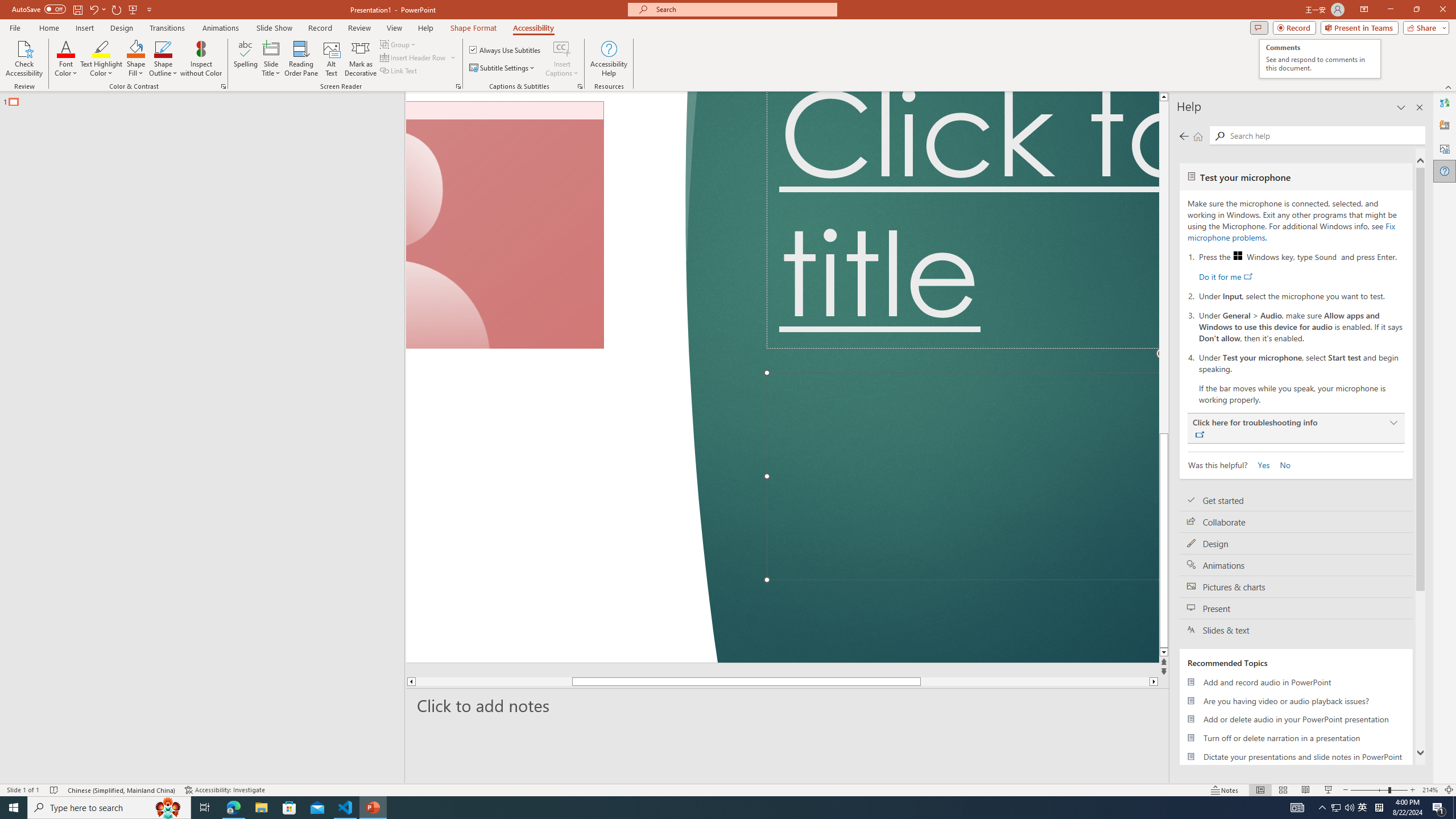 The height and width of the screenshot is (819, 1456). What do you see at coordinates (1444, 148) in the screenshot?
I see `'Alt Text'` at bounding box center [1444, 148].